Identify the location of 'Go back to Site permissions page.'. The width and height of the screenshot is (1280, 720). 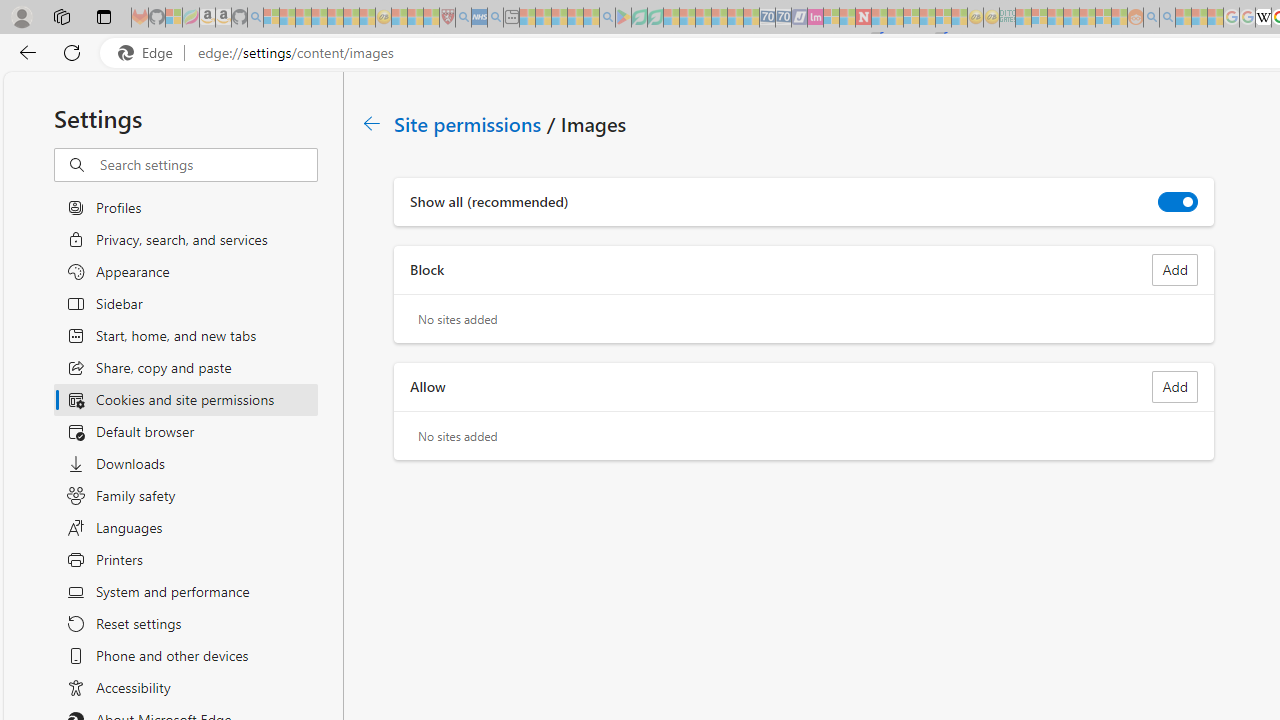
(372, 123).